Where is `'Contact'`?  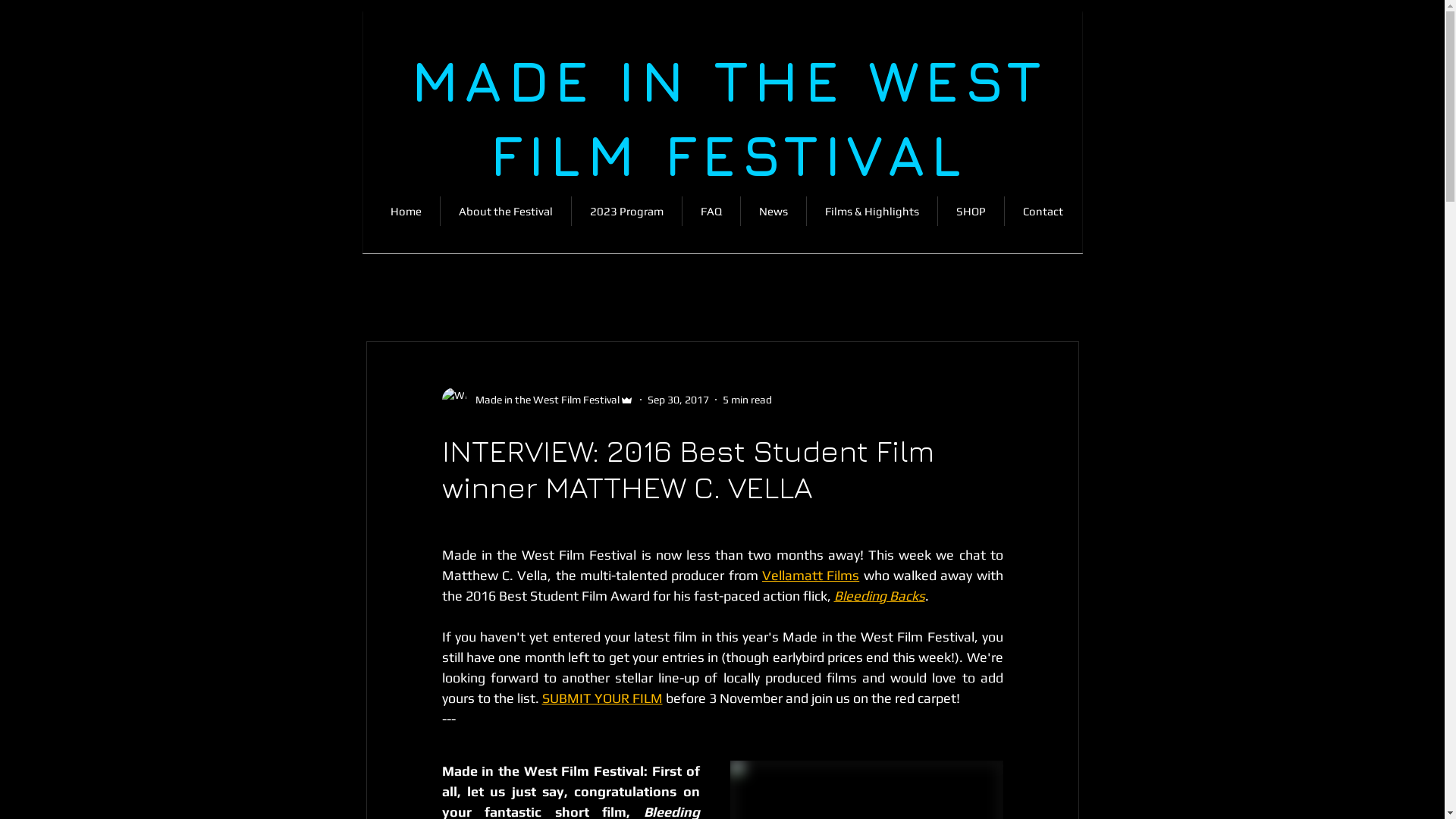
'Contact' is located at coordinates (1041, 211).